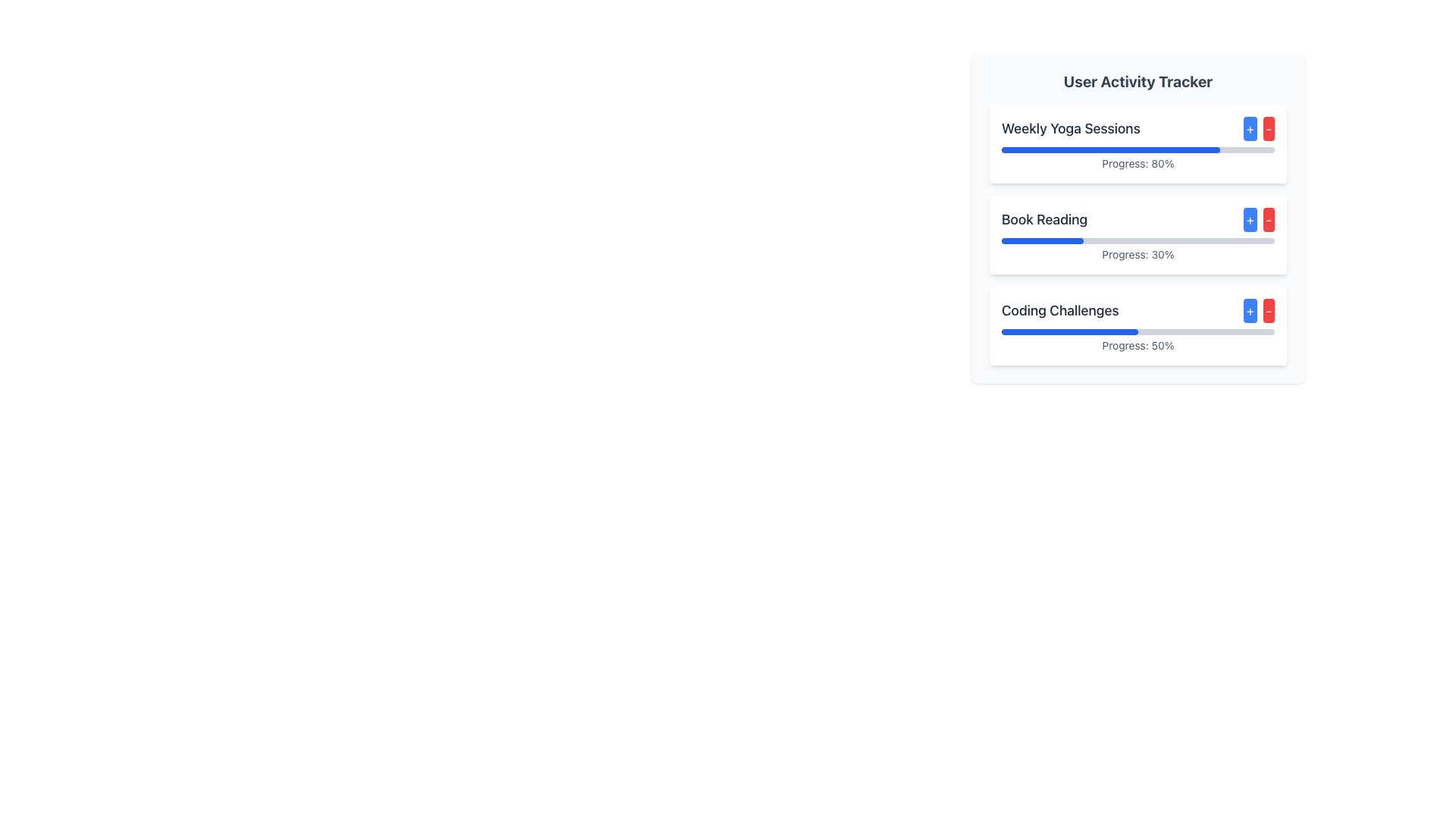  I want to click on the third progress bar in the 'User Activity Tracker' section under the 'Coding Challenges' card, which is currently filled to 50% in blue, so click(1138, 331).